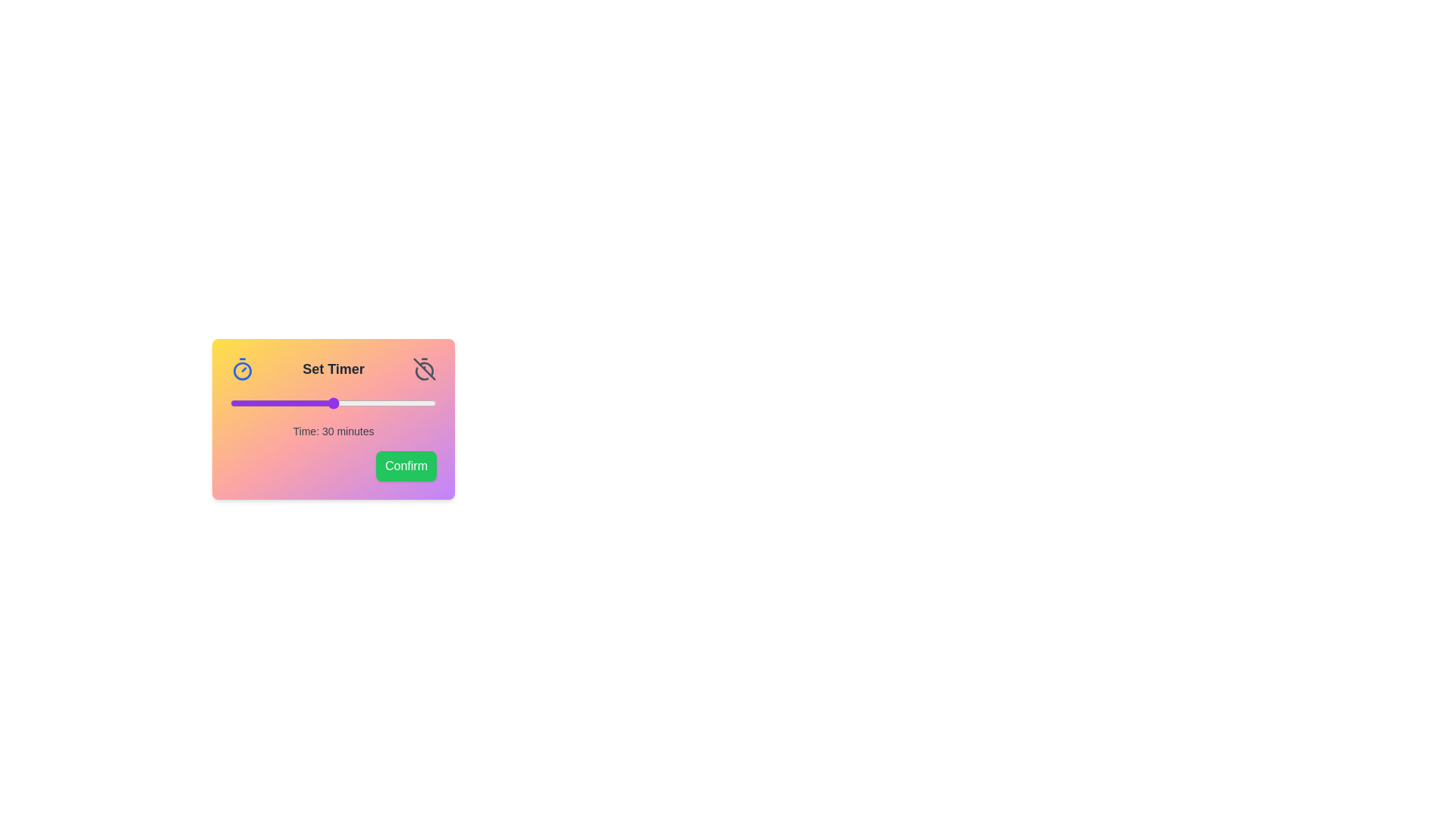 This screenshot has height=819, width=1456. What do you see at coordinates (392, 403) in the screenshot?
I see `the slider to set the timer to 47 minutes` at bounding box center [392, 403].